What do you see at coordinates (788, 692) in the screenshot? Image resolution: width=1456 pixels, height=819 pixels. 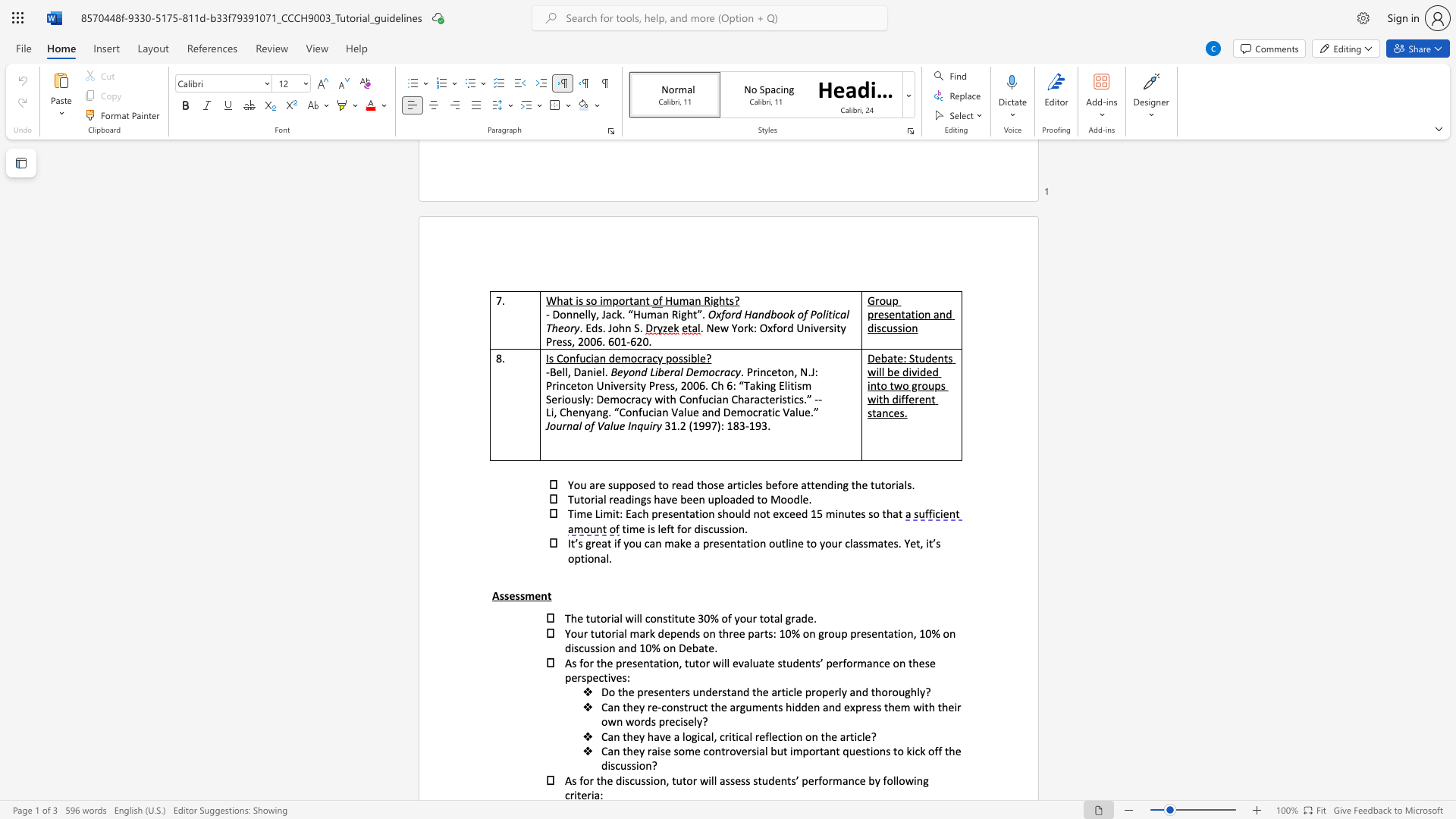 I see `the subset text "cle" within the text "Do the presenters understand the article properly and thoroughly?"` at bounding box center [788, 692].